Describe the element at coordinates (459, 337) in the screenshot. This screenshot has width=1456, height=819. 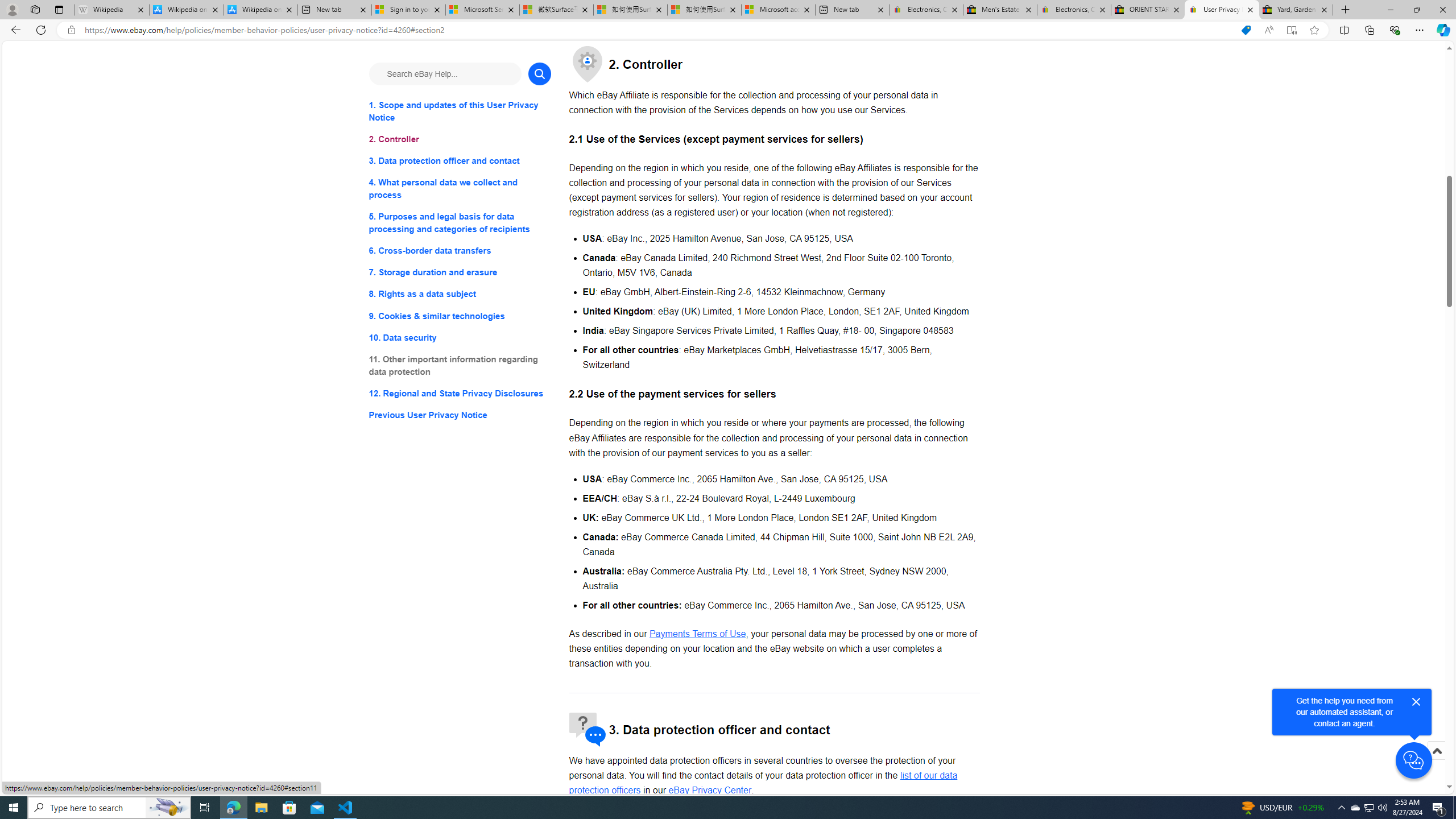
I see `'10. Data security'` at that location.